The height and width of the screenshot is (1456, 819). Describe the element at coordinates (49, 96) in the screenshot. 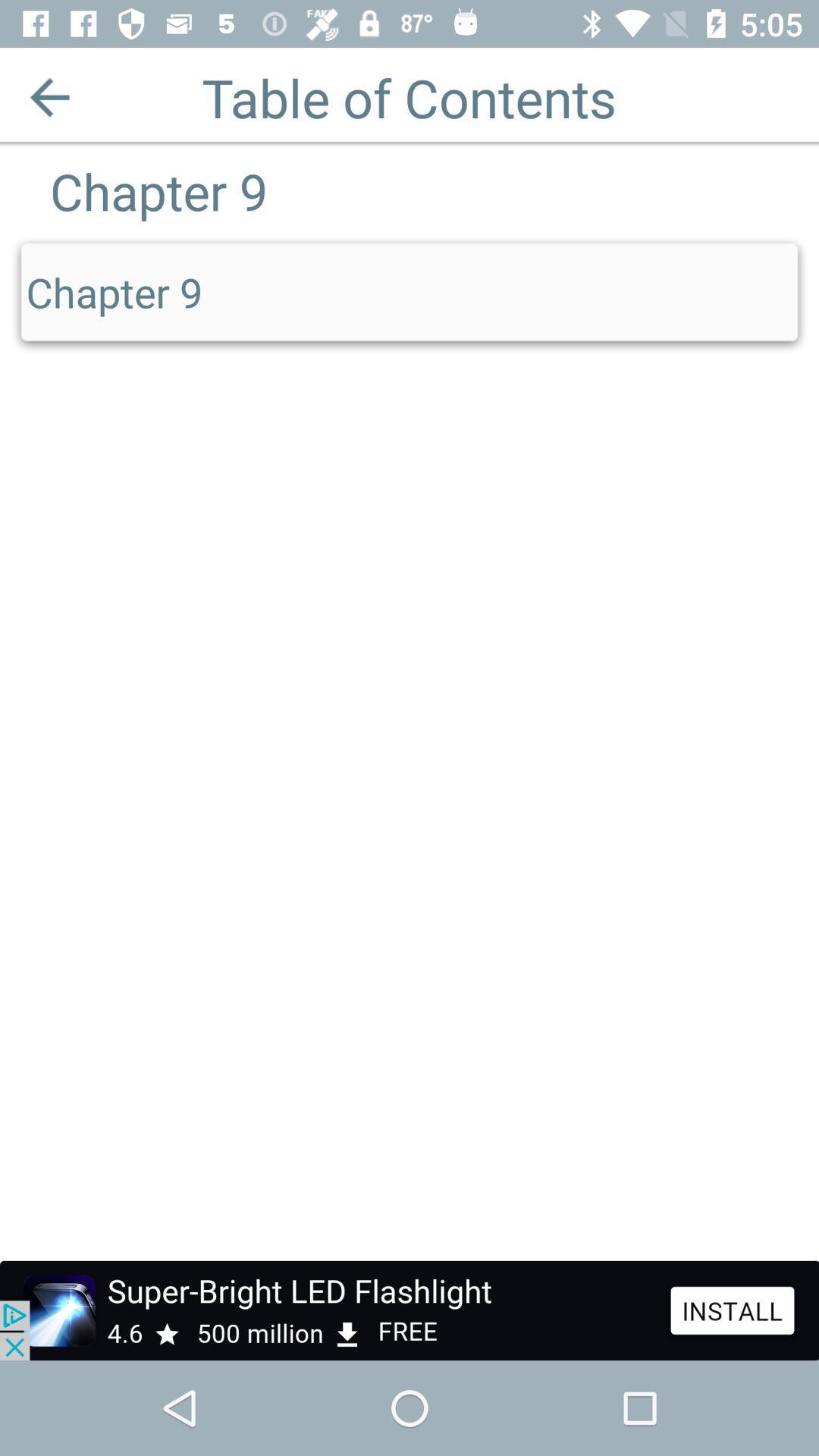

I see `previews button` at that location.